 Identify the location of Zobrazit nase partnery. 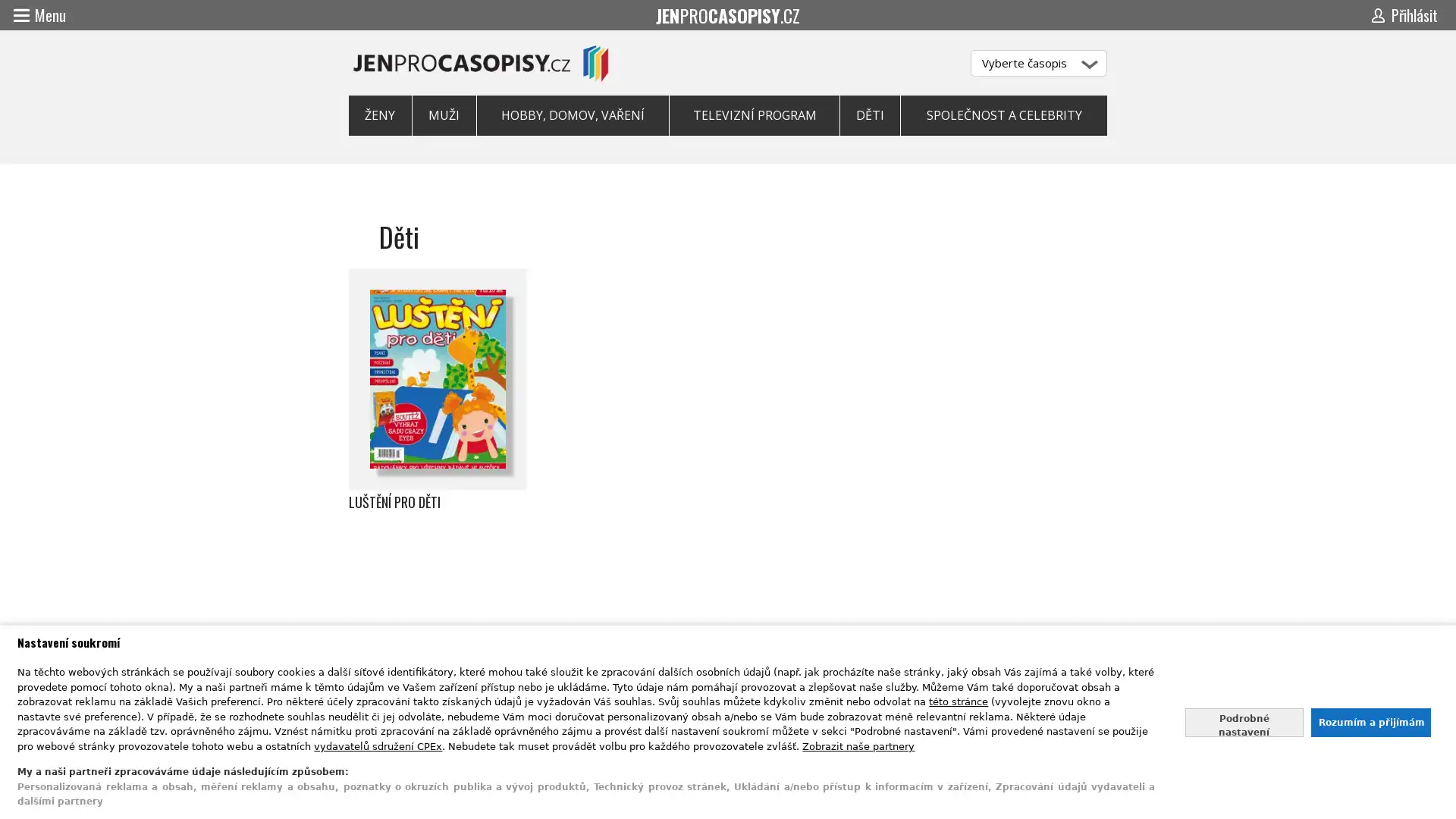
(858, 745).